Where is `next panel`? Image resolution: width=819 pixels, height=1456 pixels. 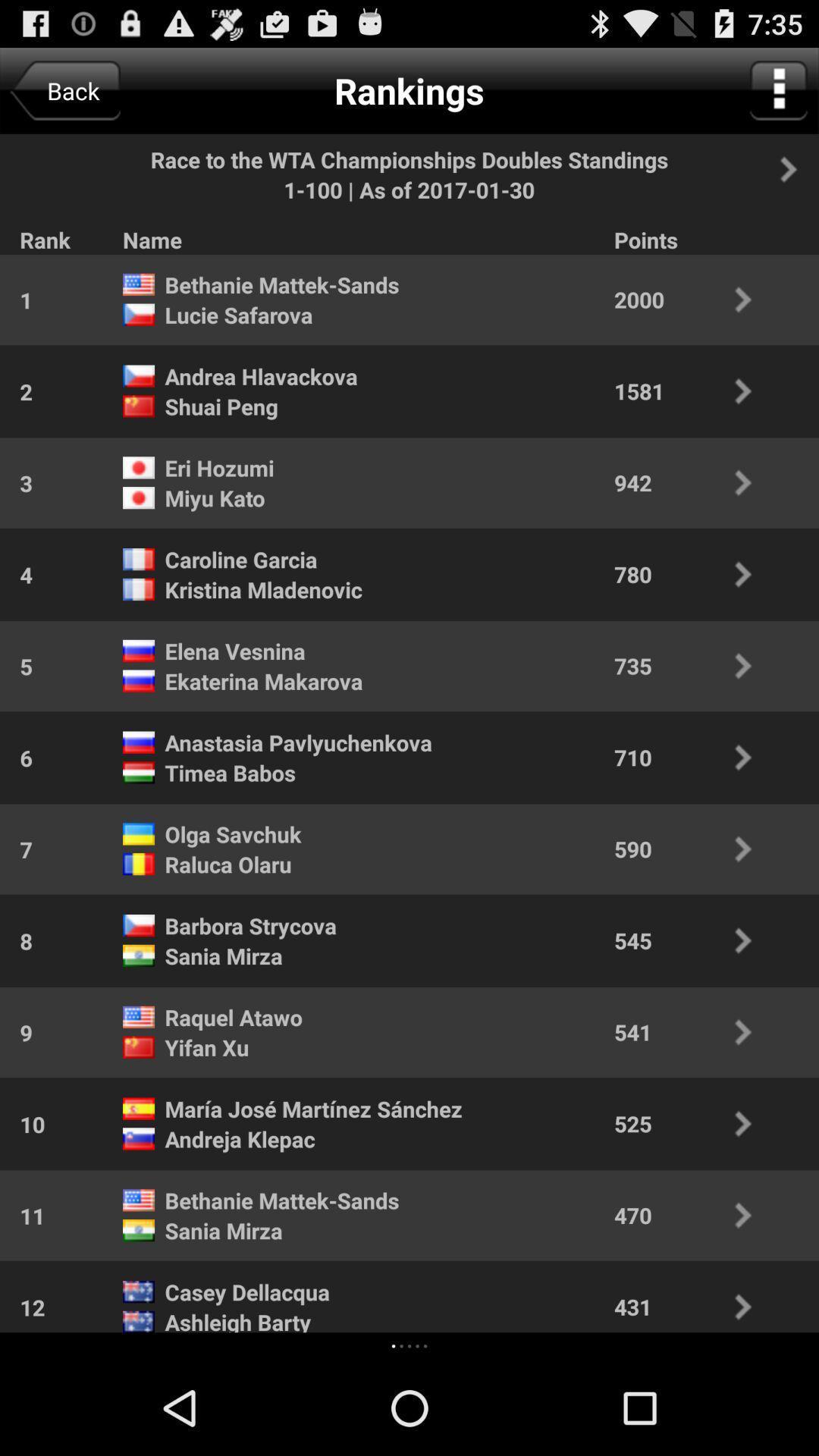 next panel is located at coordinates (796, 169).